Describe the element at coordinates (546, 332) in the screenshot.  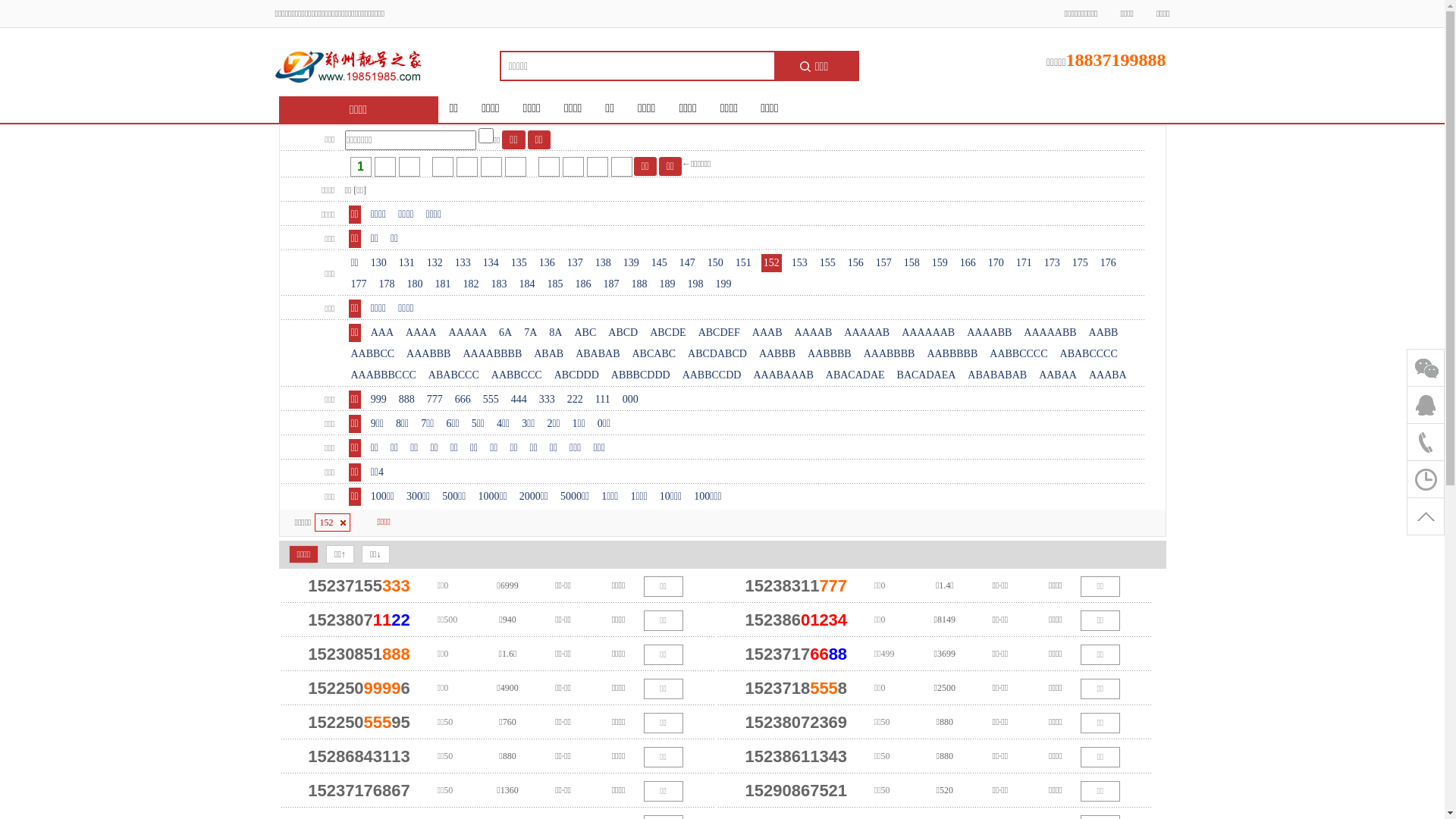
I see `'8A'` at that location.